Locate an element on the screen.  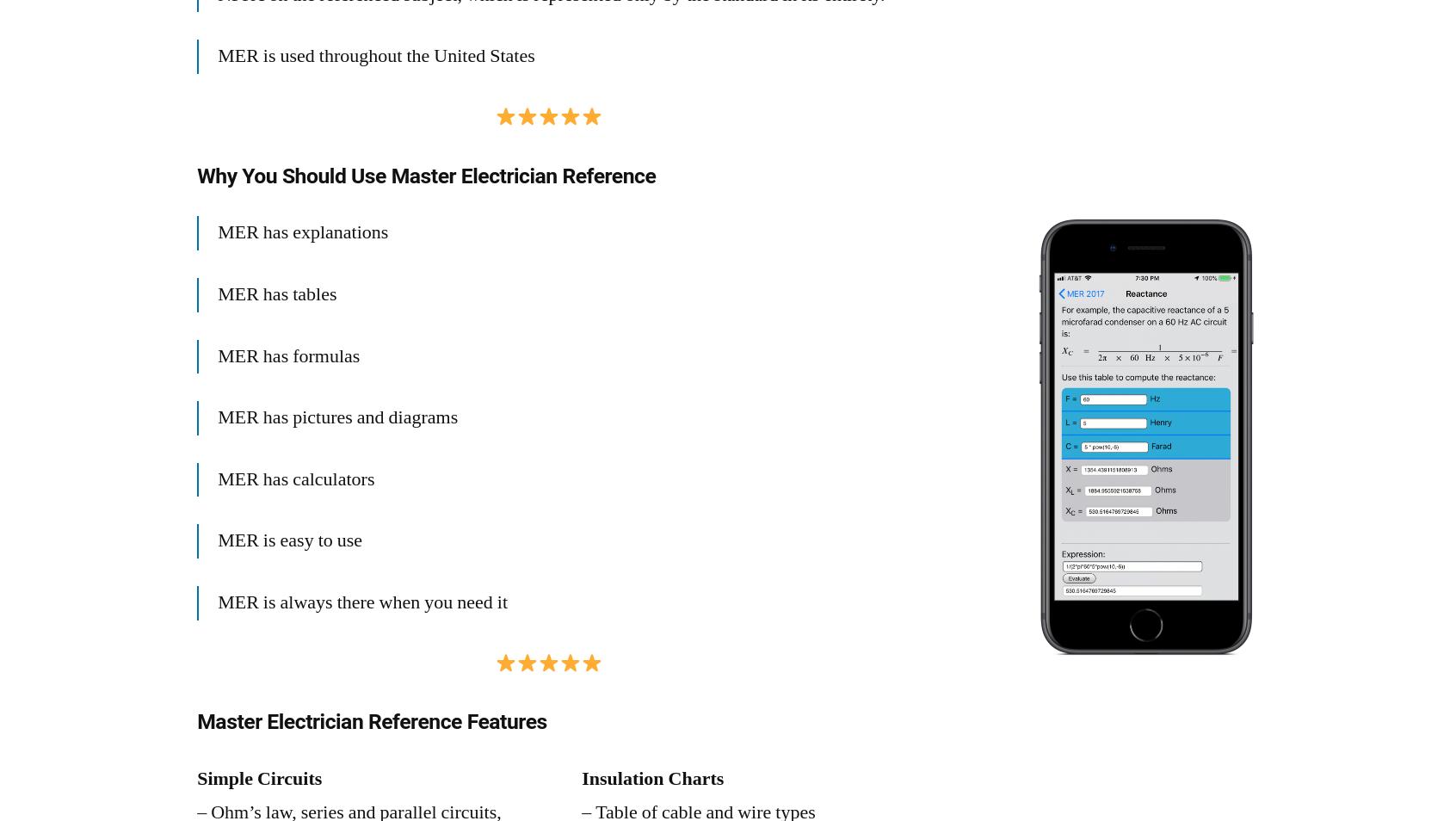
'MER has formulas' is located at coordinates (287, 355).